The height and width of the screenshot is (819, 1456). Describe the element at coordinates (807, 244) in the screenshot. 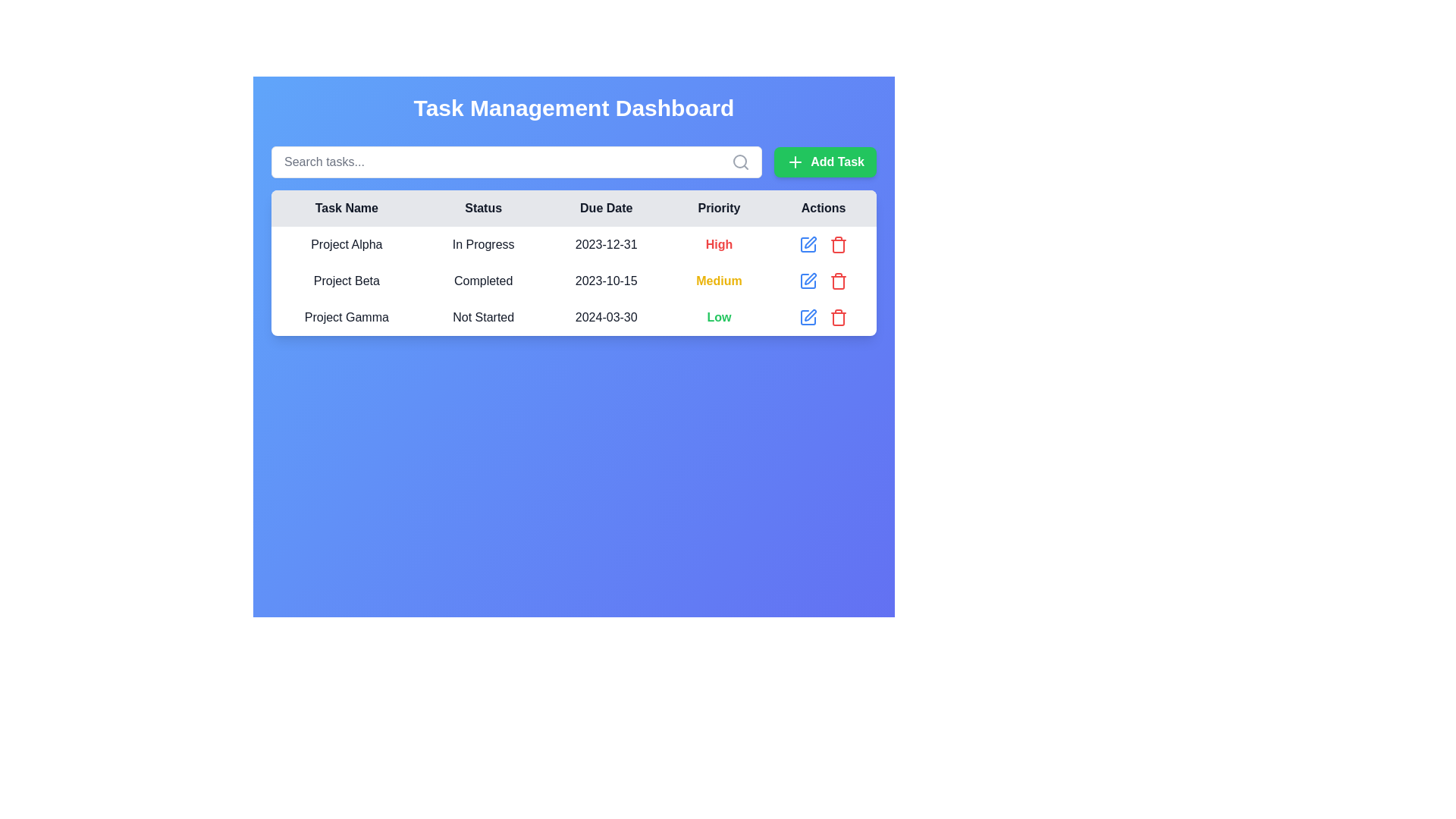

I see `the blue edit icon button located in the 'Actions' column of the first row of the task table` at that location.